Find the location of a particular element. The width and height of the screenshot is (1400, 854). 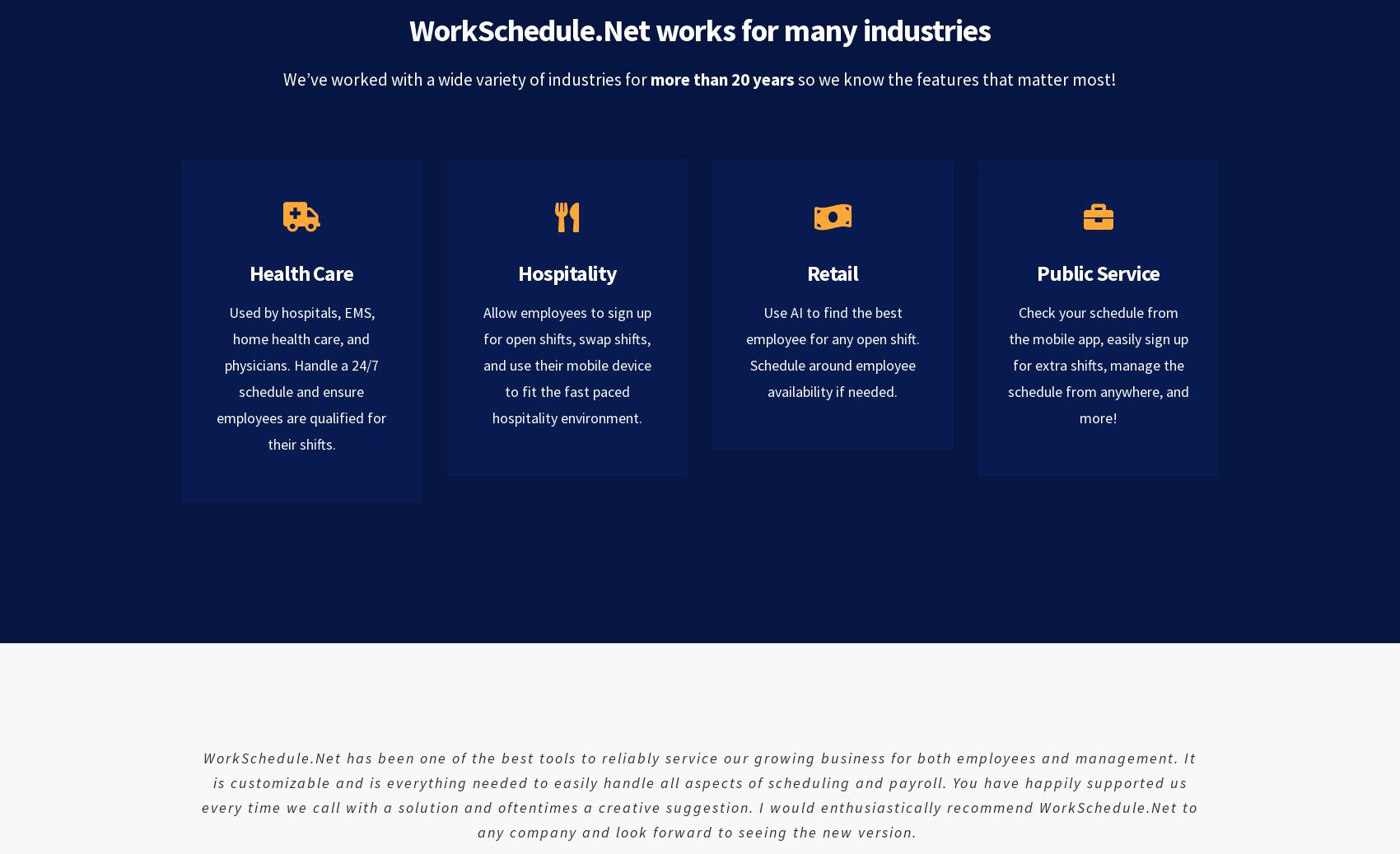

'has been one of the best tools to reliably service our growing business for both employees and management. It is customizable and' is located at coordinates (704, 769).